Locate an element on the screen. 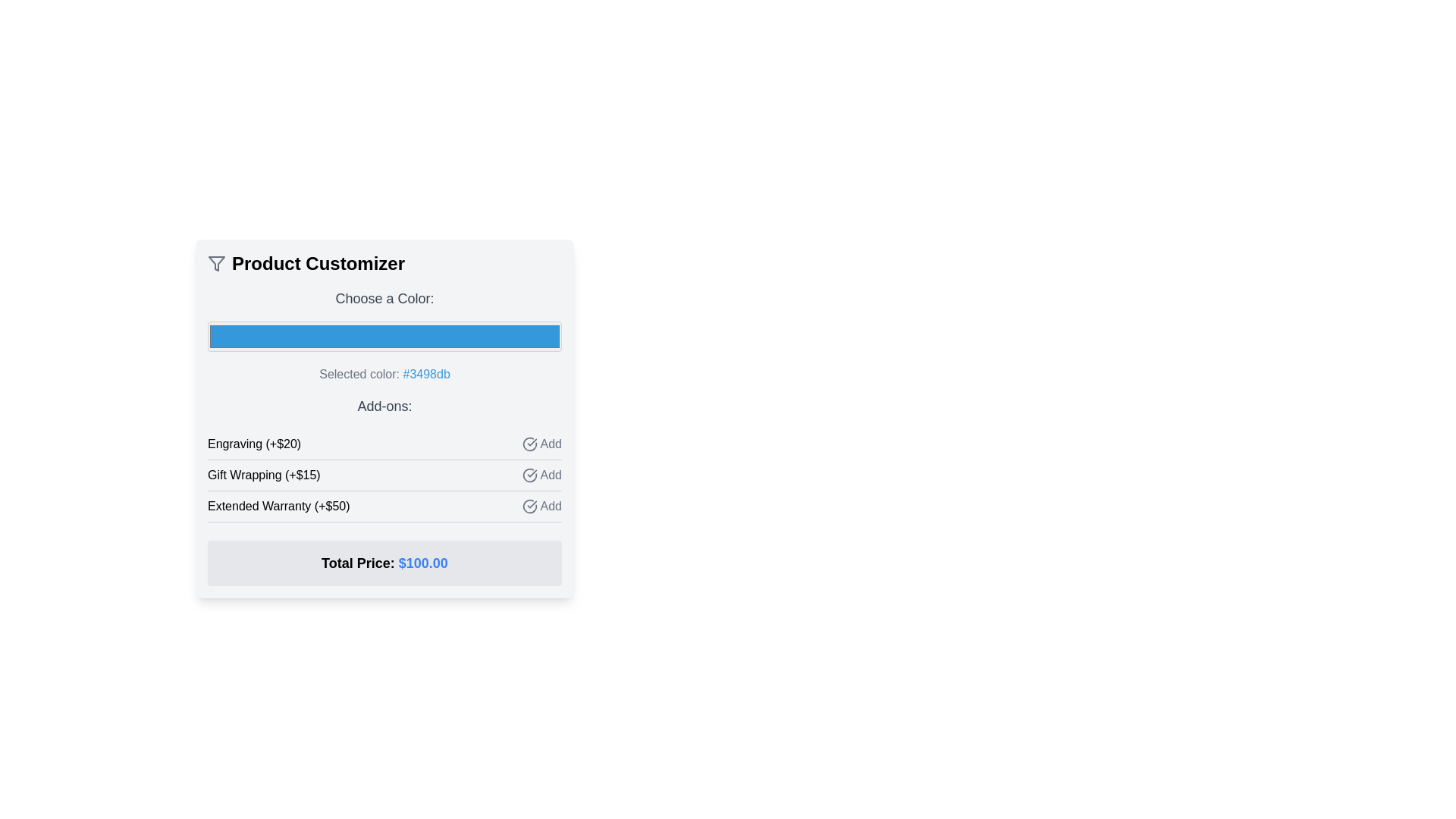  the Static Text element that labels the engraving service priced at $20, located in the 'Add-ons' section above the 'Gift Wrapping (+$15)' item is located at coordinates (254, 444).